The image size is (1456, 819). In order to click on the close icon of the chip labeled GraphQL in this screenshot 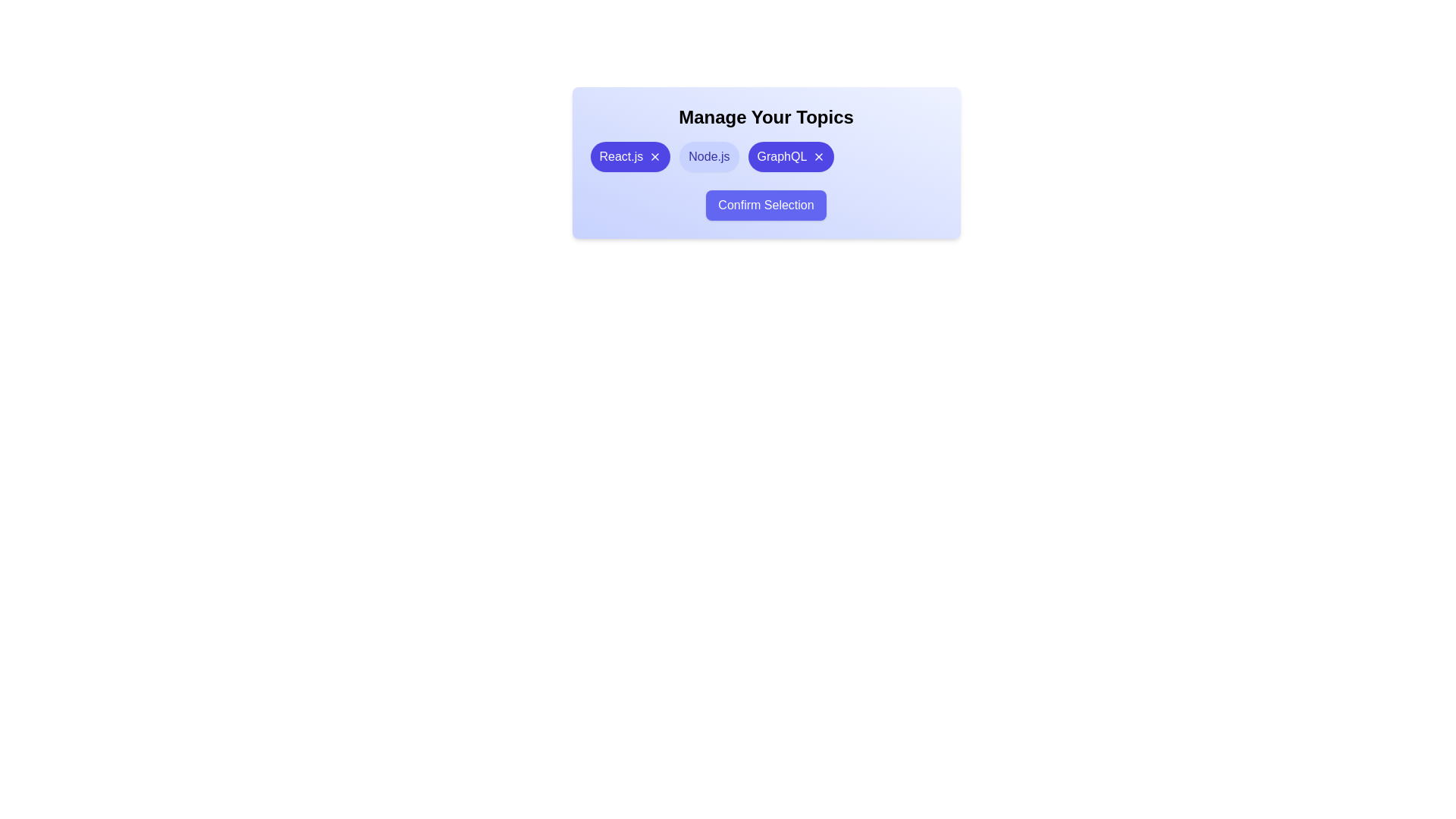, I will do `click(818, 157)`.